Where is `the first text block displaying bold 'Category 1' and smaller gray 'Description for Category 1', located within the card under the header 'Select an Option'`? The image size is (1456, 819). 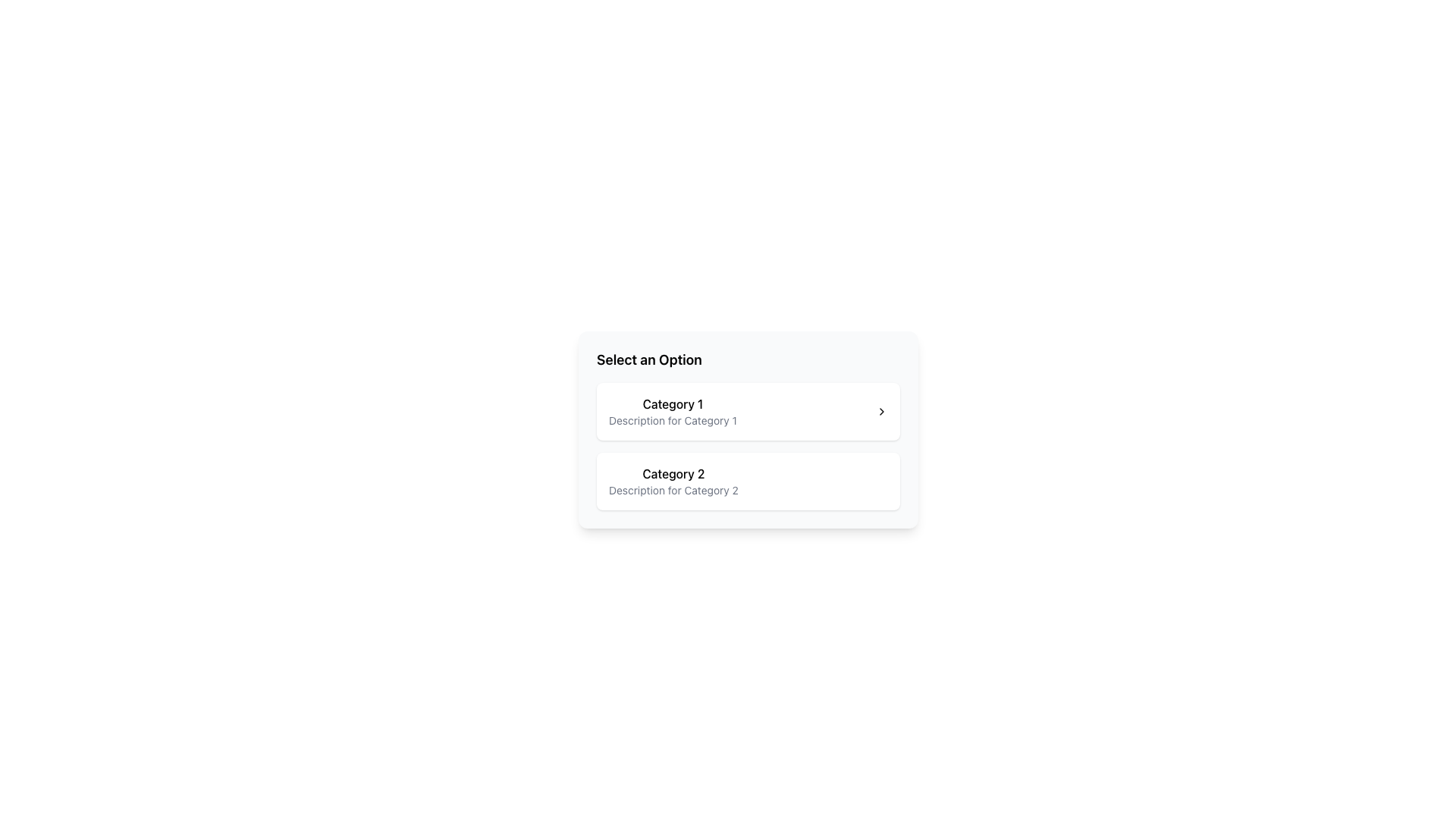 the first text block displaying bold 'Category 1' and smaller gray 'Description for Category 1', located within the card under the header 'Select an Option' is located at coordinates (672, 412).